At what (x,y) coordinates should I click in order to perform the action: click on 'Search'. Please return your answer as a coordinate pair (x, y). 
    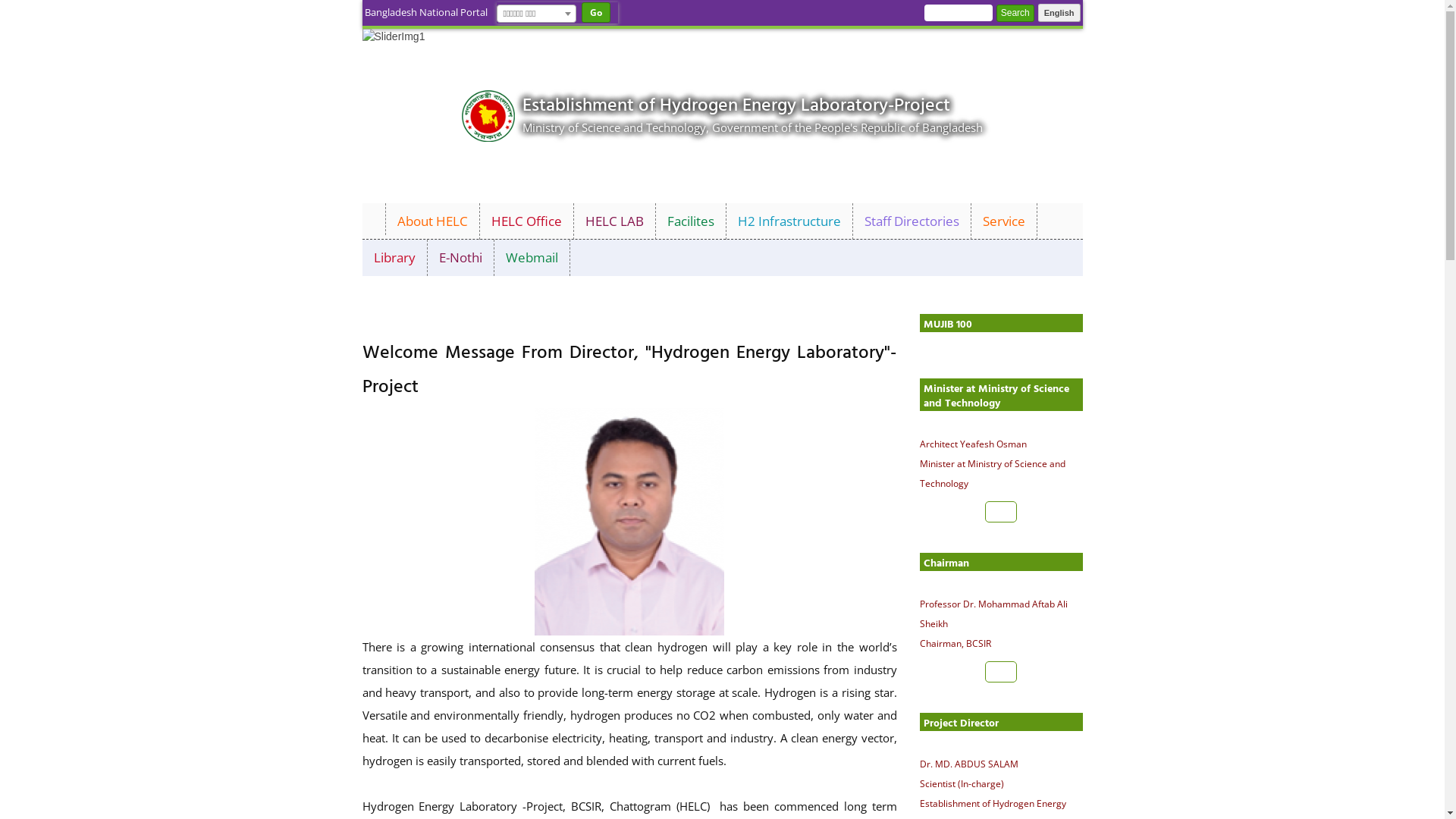
    Looking at the image, I should click on (1015, 13).